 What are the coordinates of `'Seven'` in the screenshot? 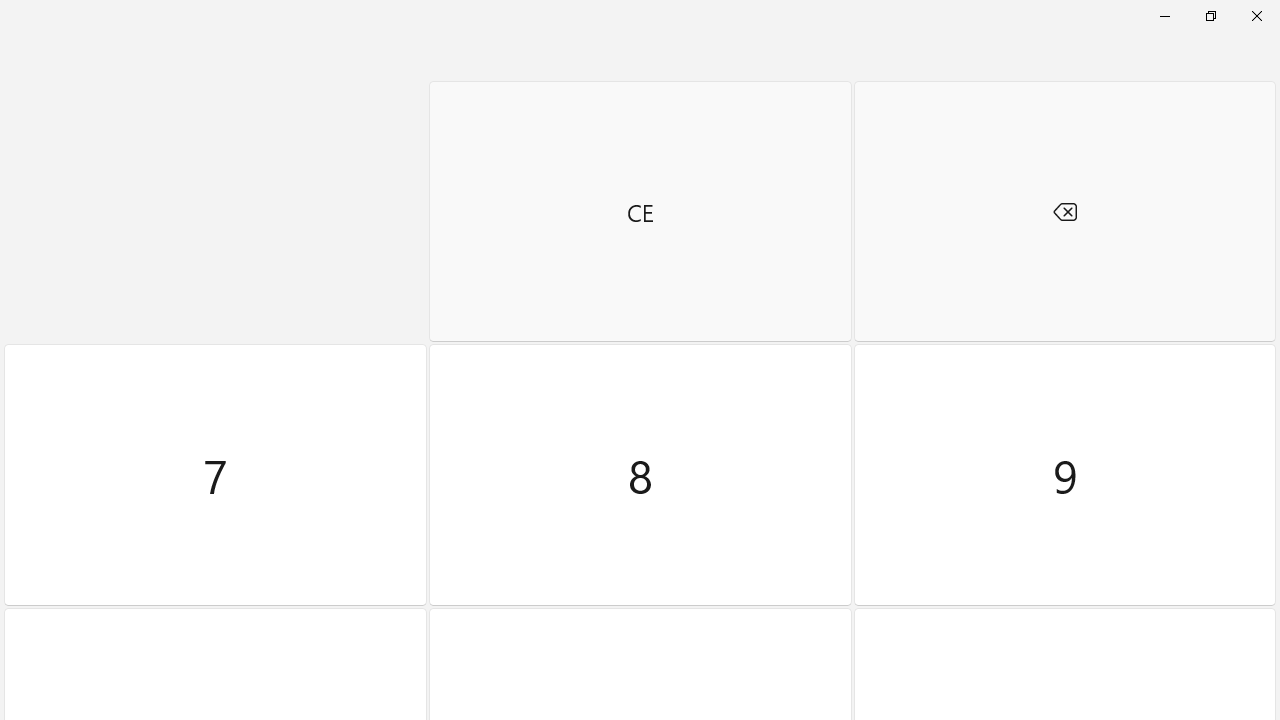 It's located at (215, 475).